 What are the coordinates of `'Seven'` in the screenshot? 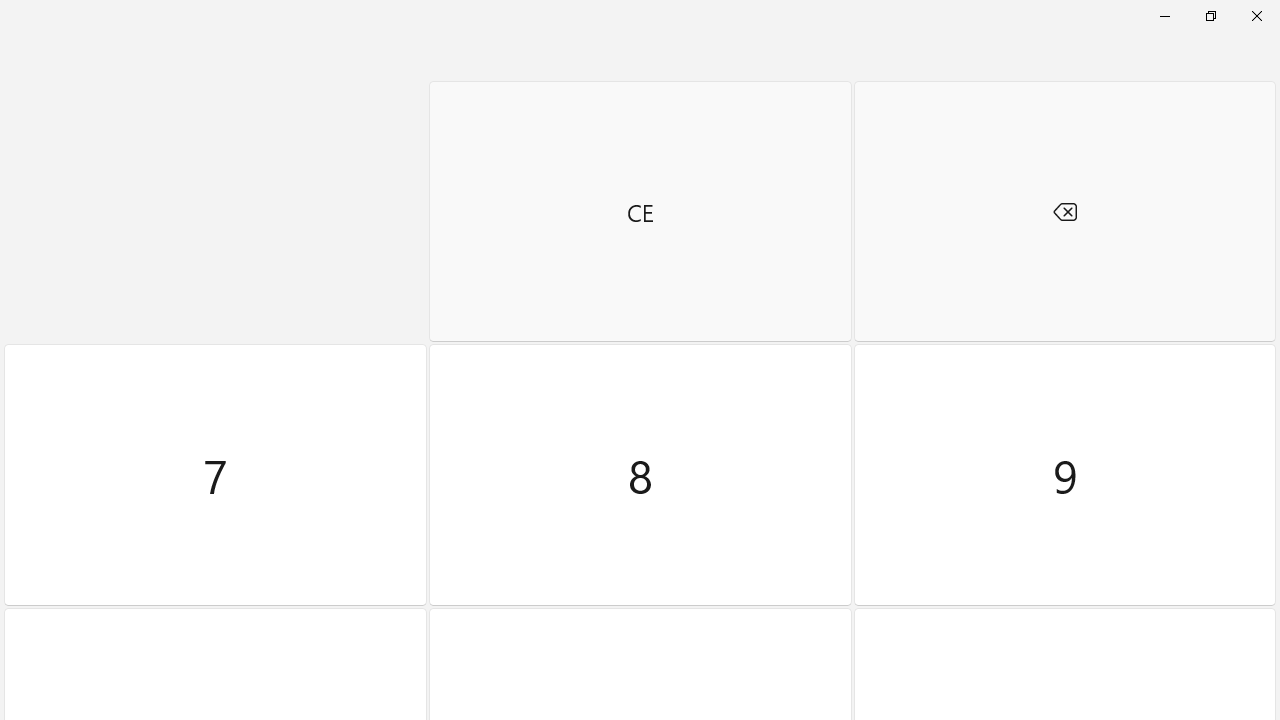 It's located at (215, 475).